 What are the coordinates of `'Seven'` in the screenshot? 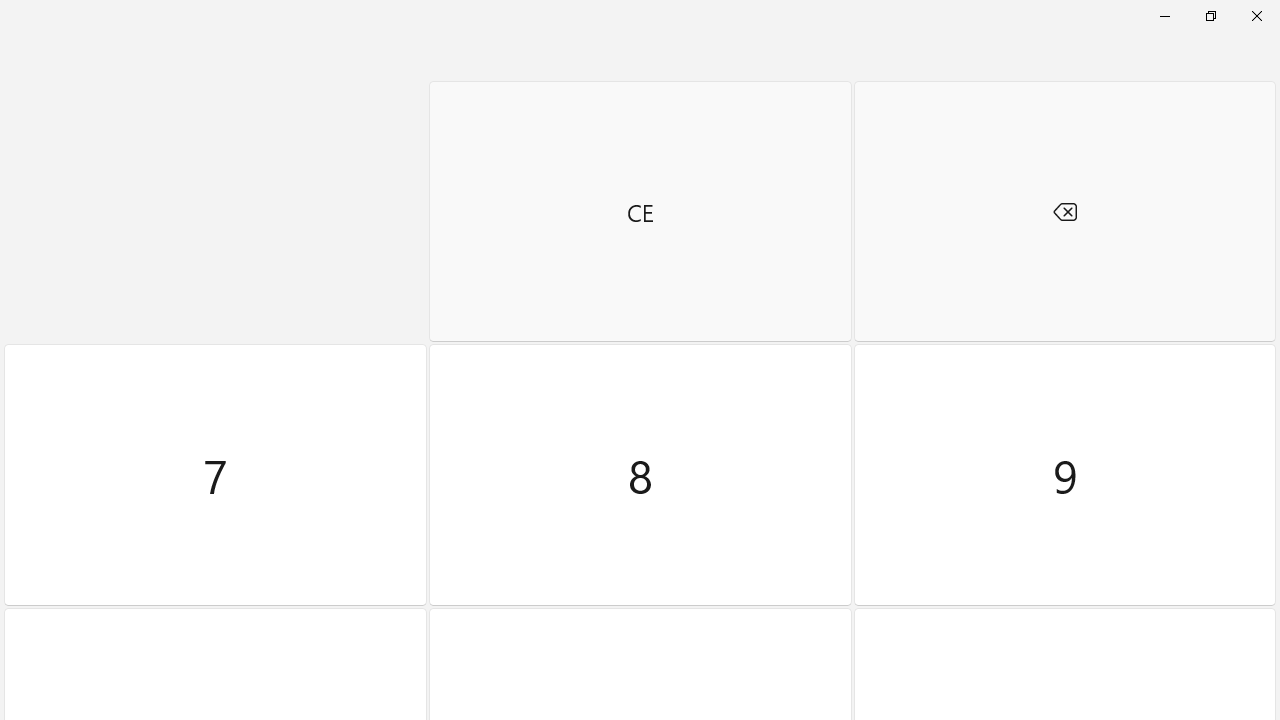 It's located at (215, 475).